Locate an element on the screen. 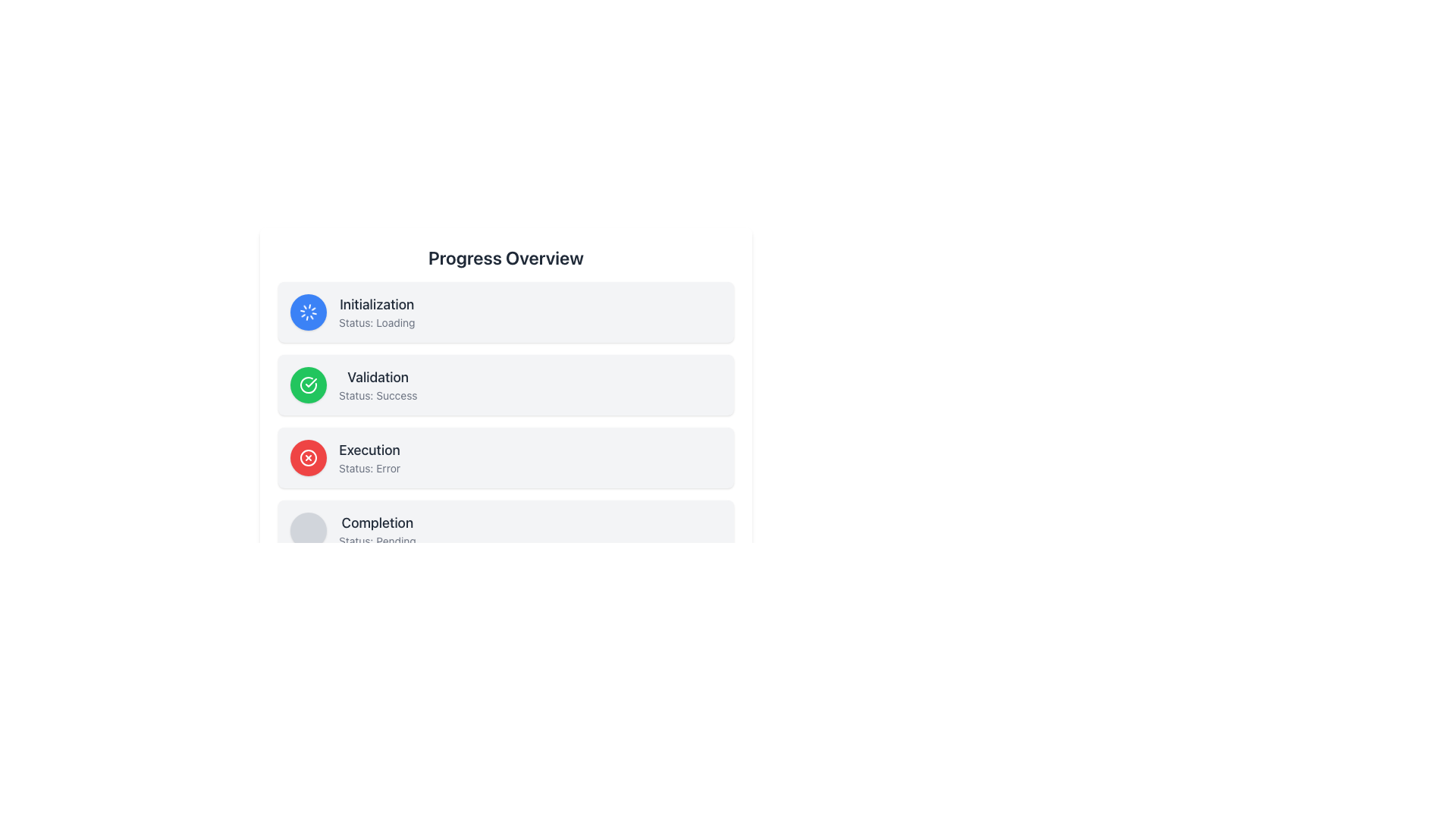 The height and width of the screenshot is (819, 1456). the text label displaying the current status of the 'Initialization' step in the progress overview, located directly under the text 'Initialization' is located at coordinates (377, 322).